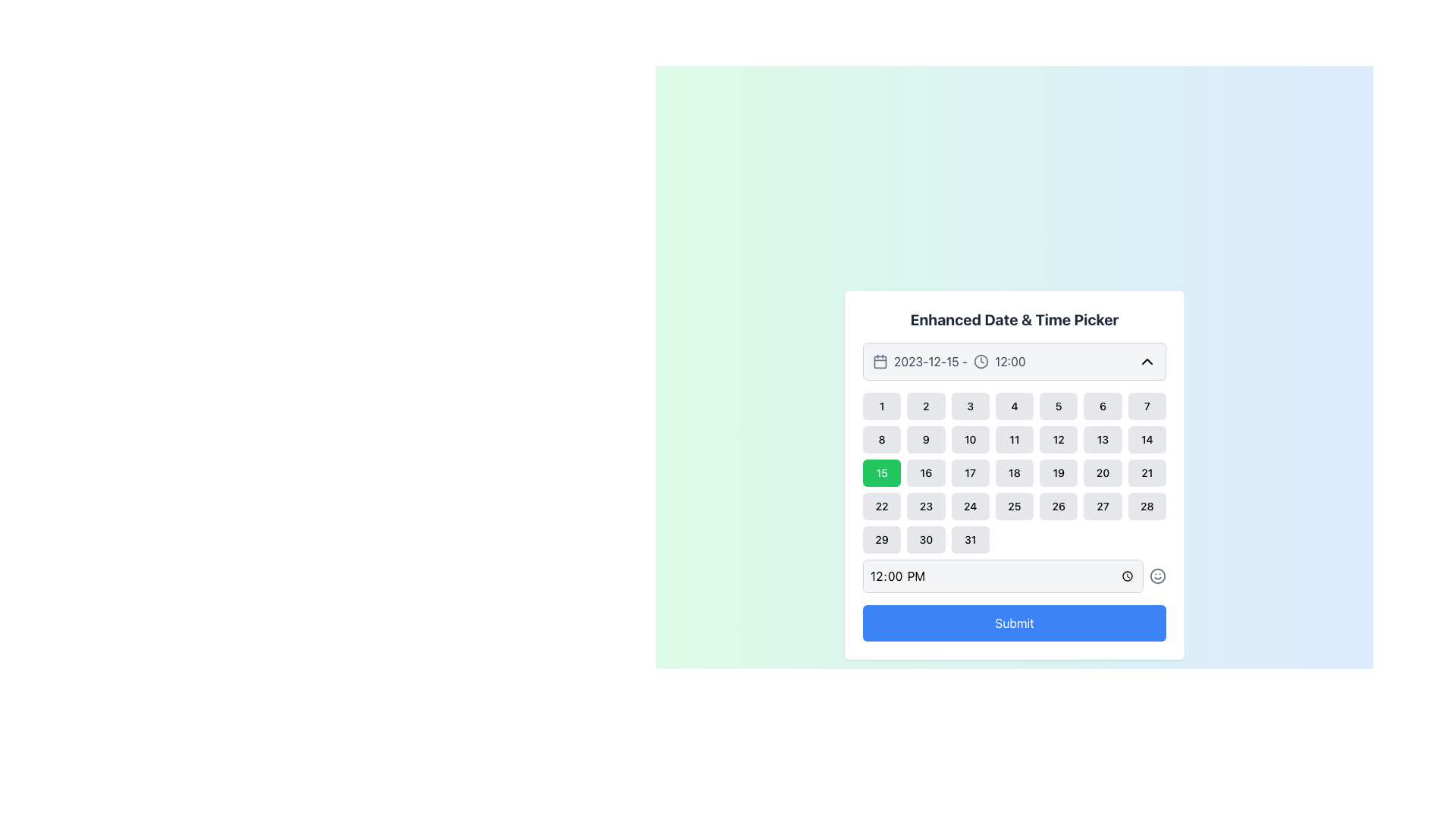 This screenshot has height=819, width=1456. I want to click on the rounded rectangular button labeled '7' with a light gray background located in the first row, seventh column of the grid to trigger hover effects, so click(1147, 406).